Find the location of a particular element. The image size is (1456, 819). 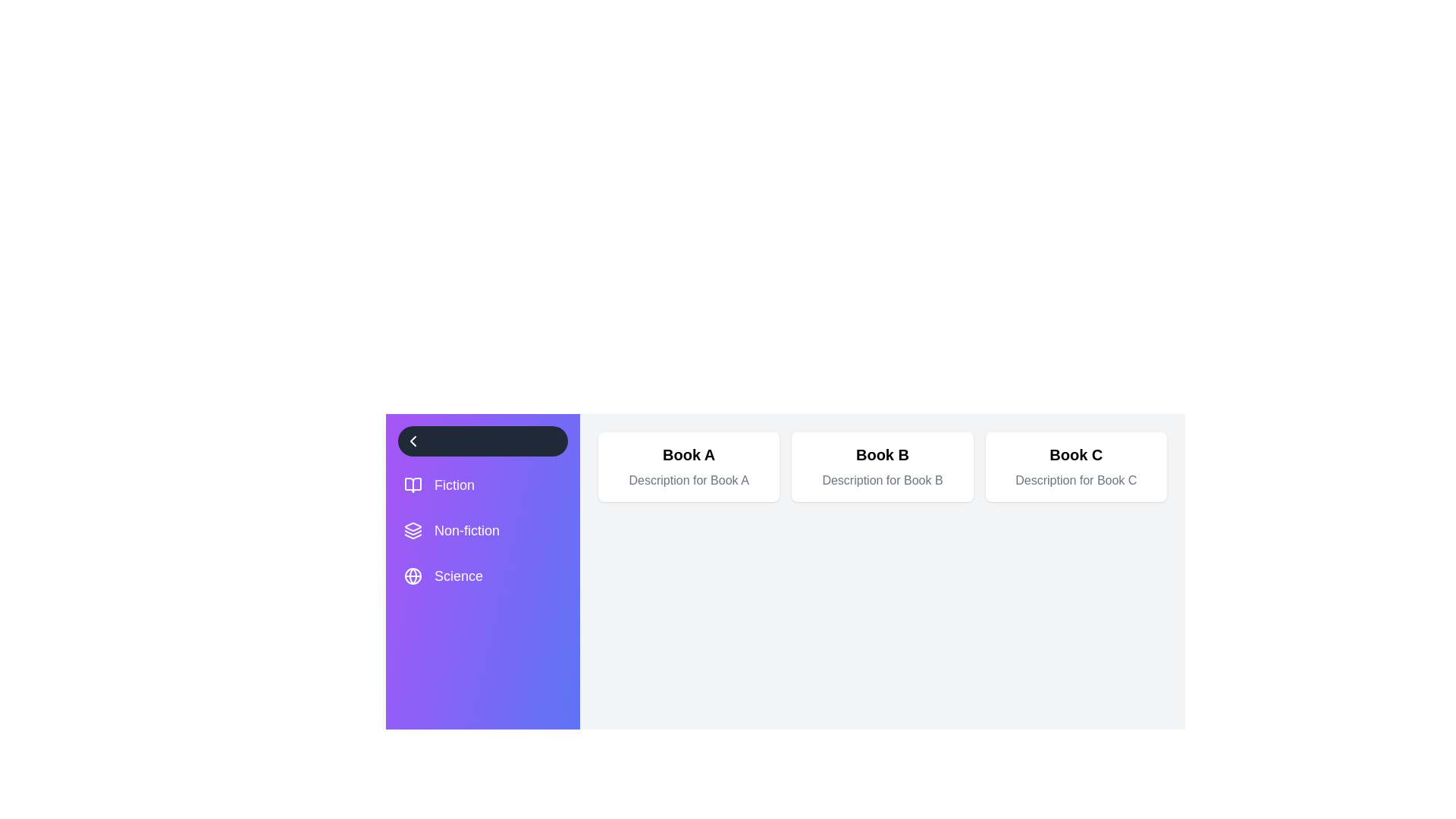

the book card for Book C is located at coordinates (1075, 466).